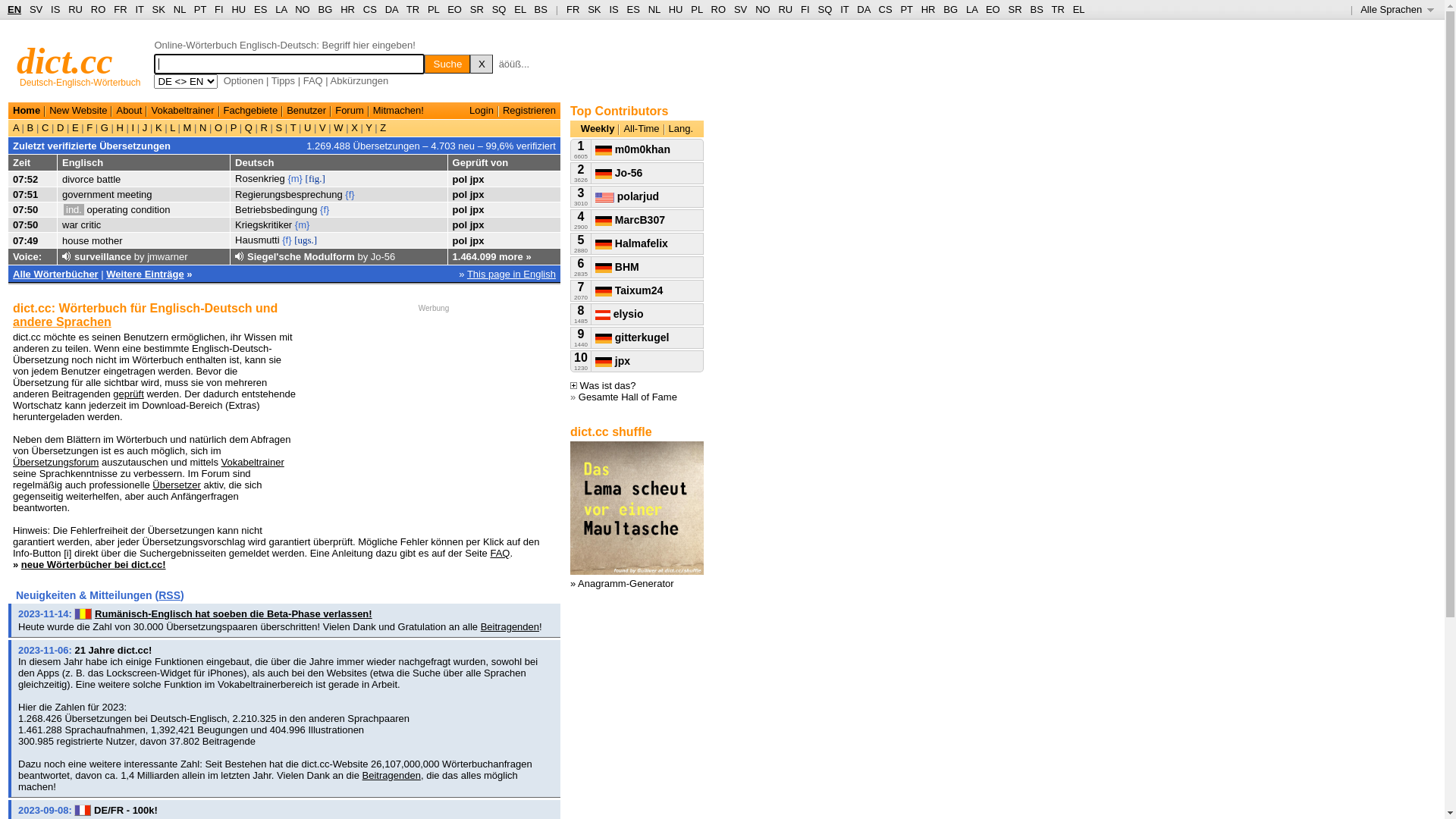 This screenshot has height=819, width=1456. I want to click on 'Weekly', so click(597, 127).